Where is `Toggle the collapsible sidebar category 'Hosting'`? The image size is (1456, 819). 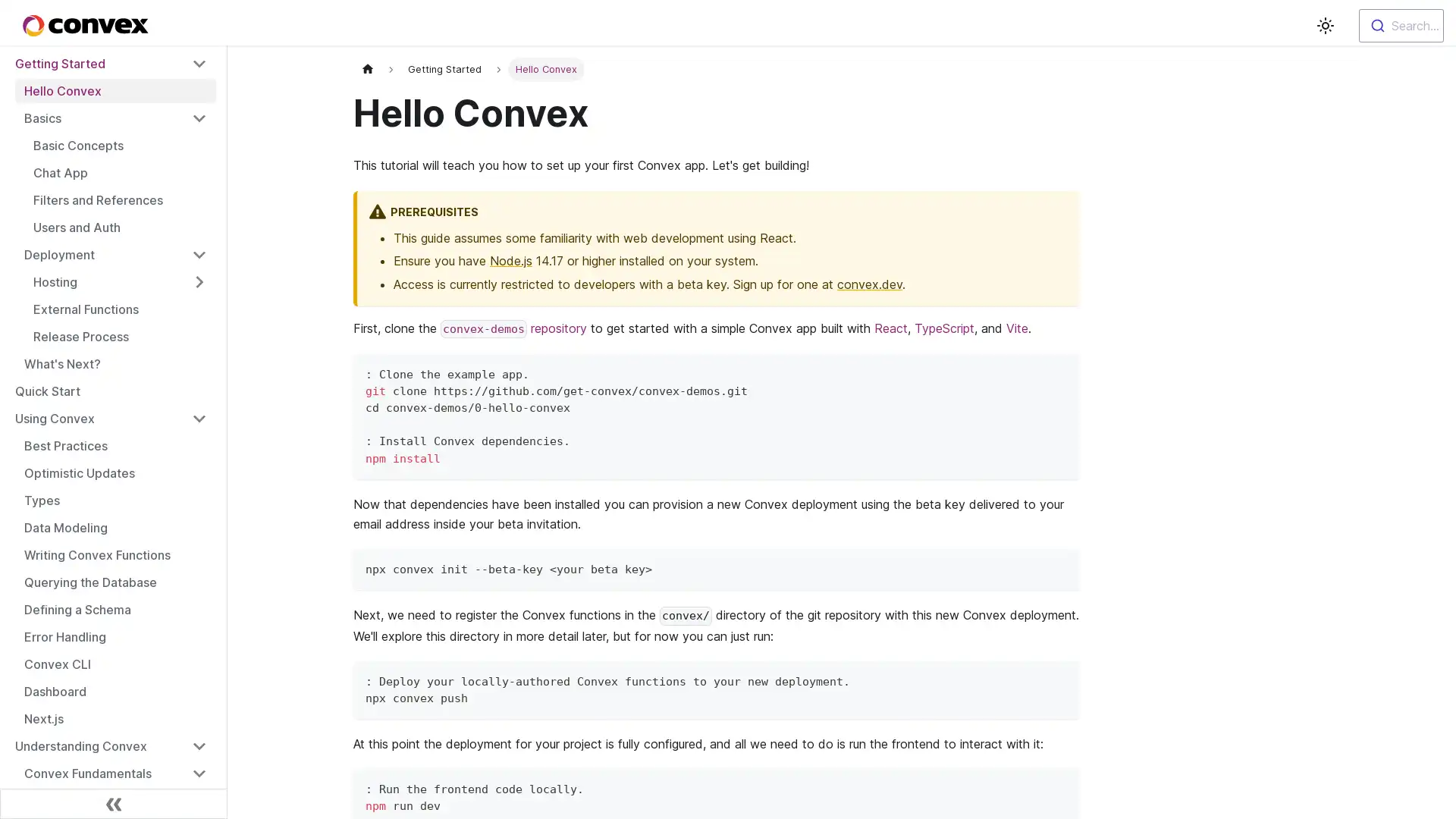 Toggle the collapsible sidebar category 'Hosting' is located at coordinates (199, 281).